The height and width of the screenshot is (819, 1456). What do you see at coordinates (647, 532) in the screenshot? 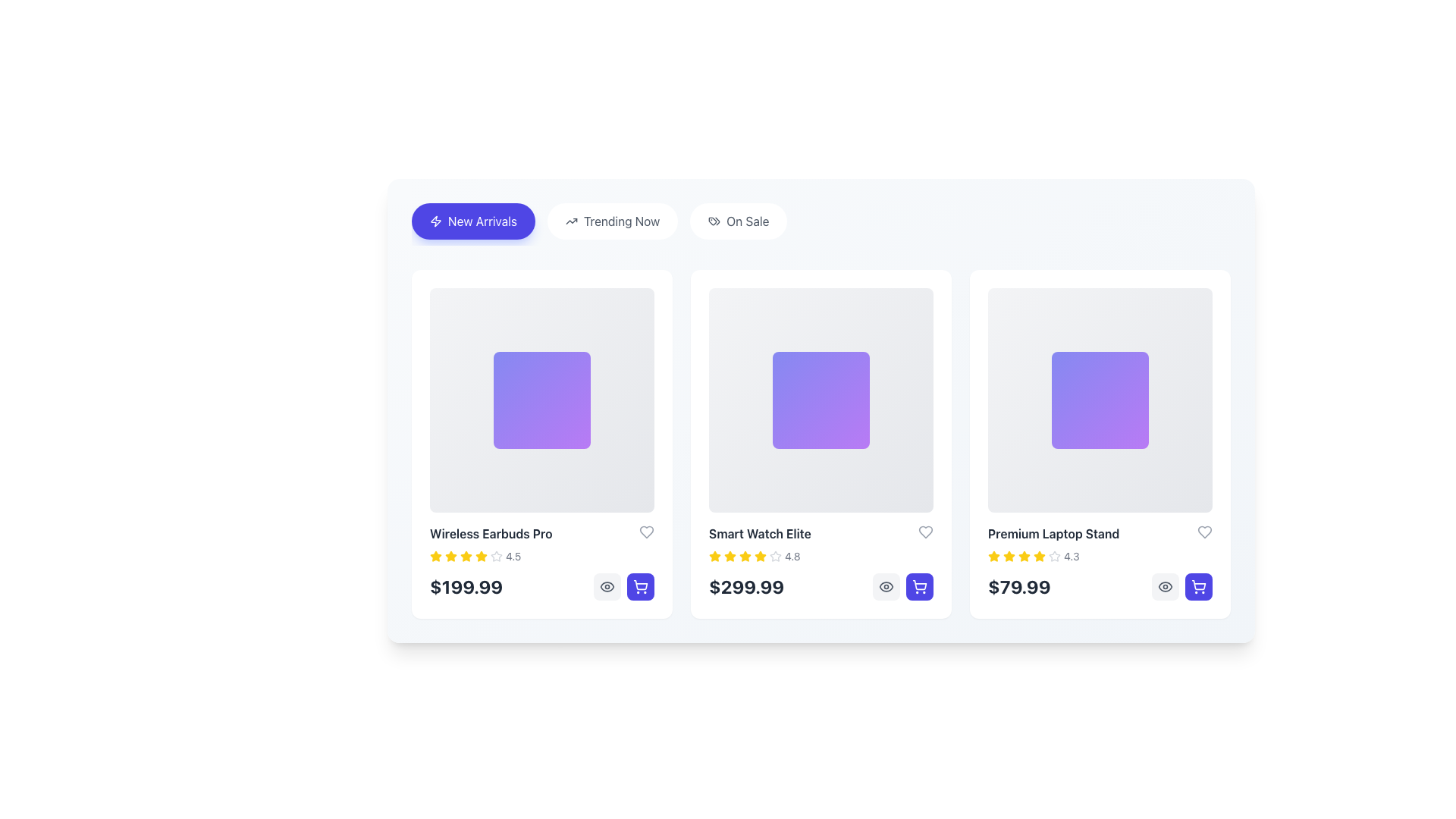
I see `the heart-shaped icon in the upper right corner of the 'Wireless Earbuds Pro' product card` at bounding box center [647, 532].